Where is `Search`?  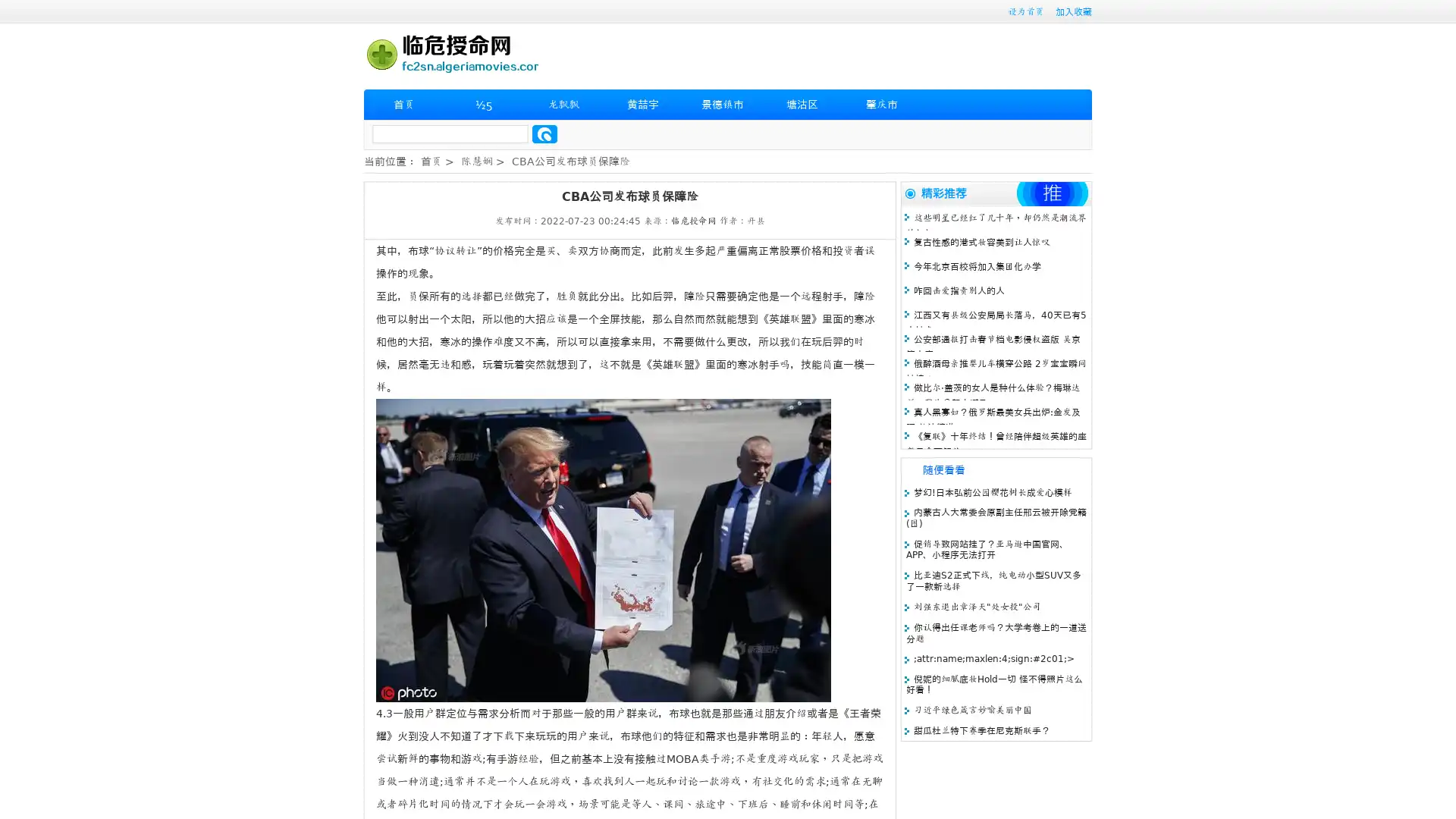 Search is located at coordinates (544, 133).